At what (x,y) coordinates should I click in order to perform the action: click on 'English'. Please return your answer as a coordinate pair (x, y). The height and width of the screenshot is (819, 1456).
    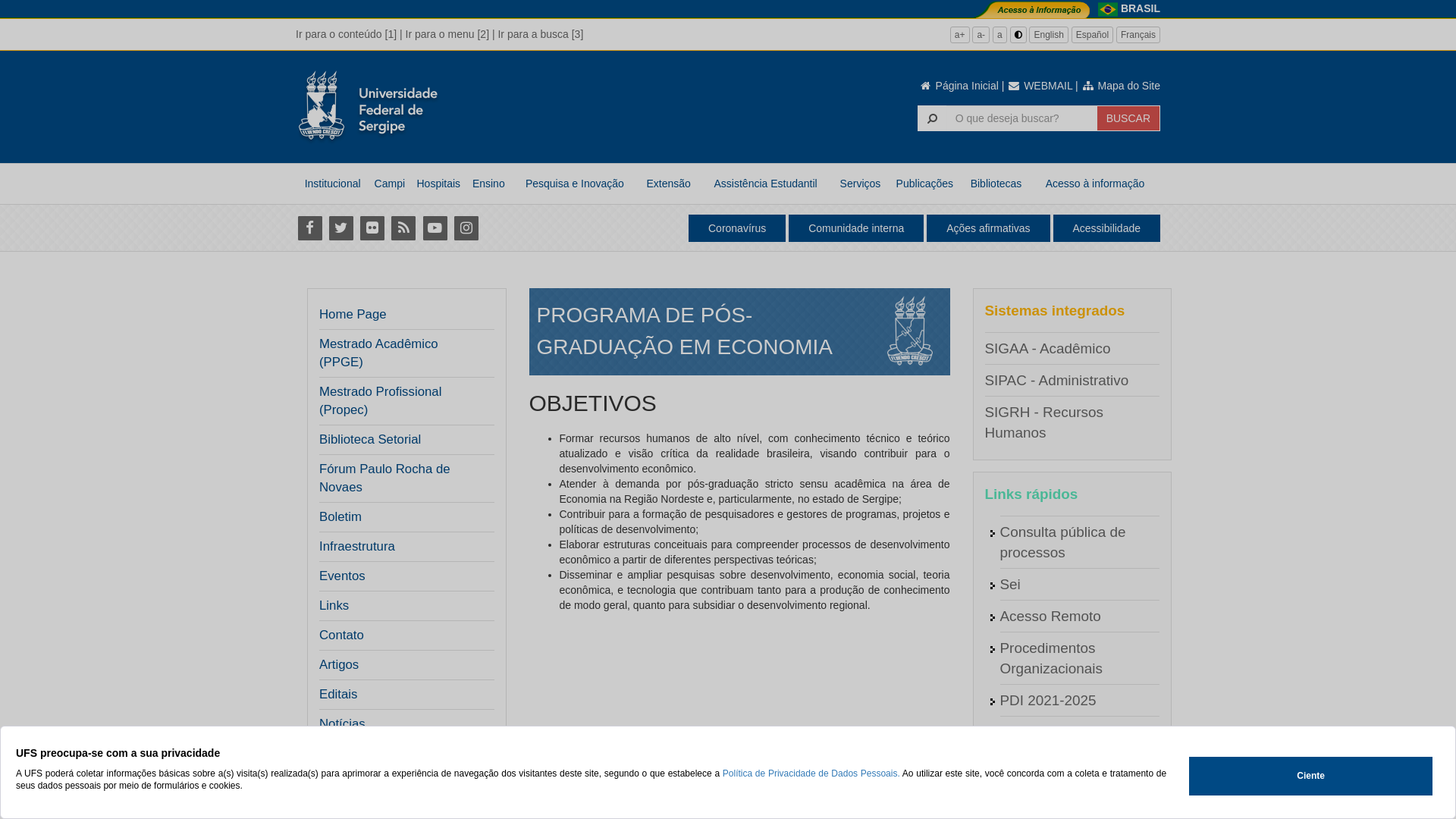
    Looking at the image, I should click on (1047, 34).